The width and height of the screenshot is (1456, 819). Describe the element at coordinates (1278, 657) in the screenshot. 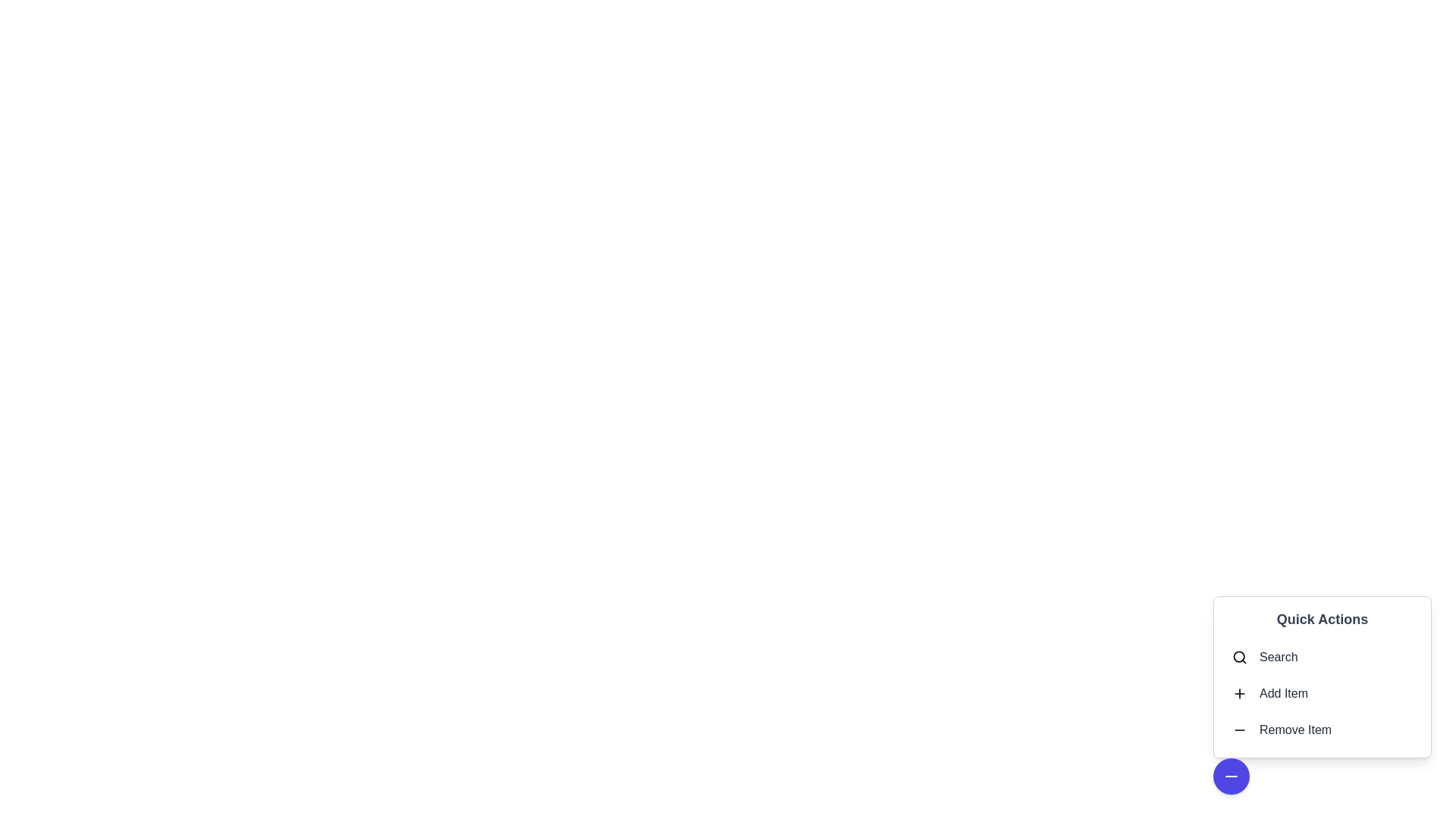

I see `the text label that serves as a descriptor for the associated search icon, located in the 'Quick Actions' section` at that location.